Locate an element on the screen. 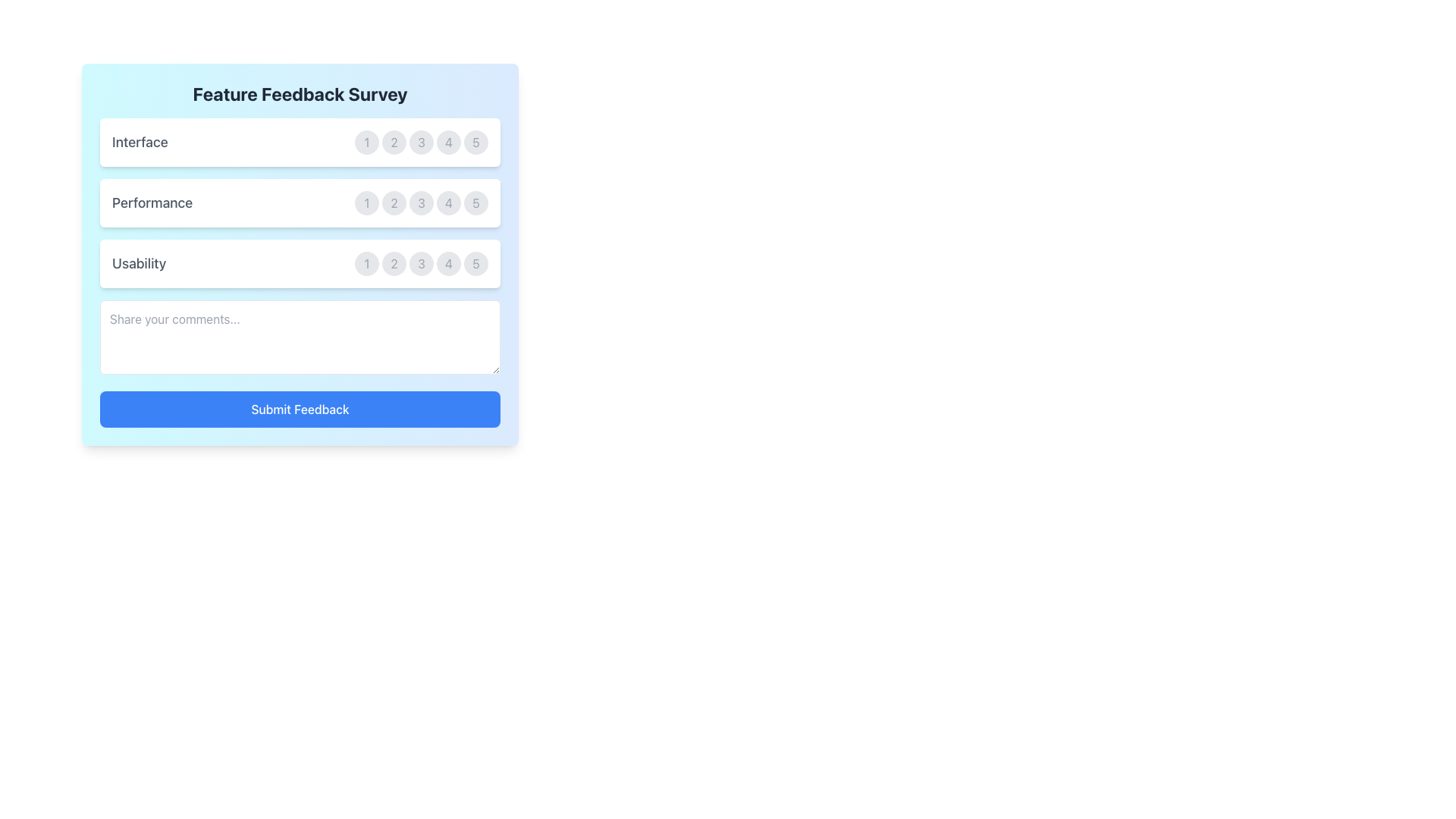 Image resolution: width=1456 pixels, height=819 pixels. the '4' rating button in the 'Performance' category is located at coordinates (447, 202).